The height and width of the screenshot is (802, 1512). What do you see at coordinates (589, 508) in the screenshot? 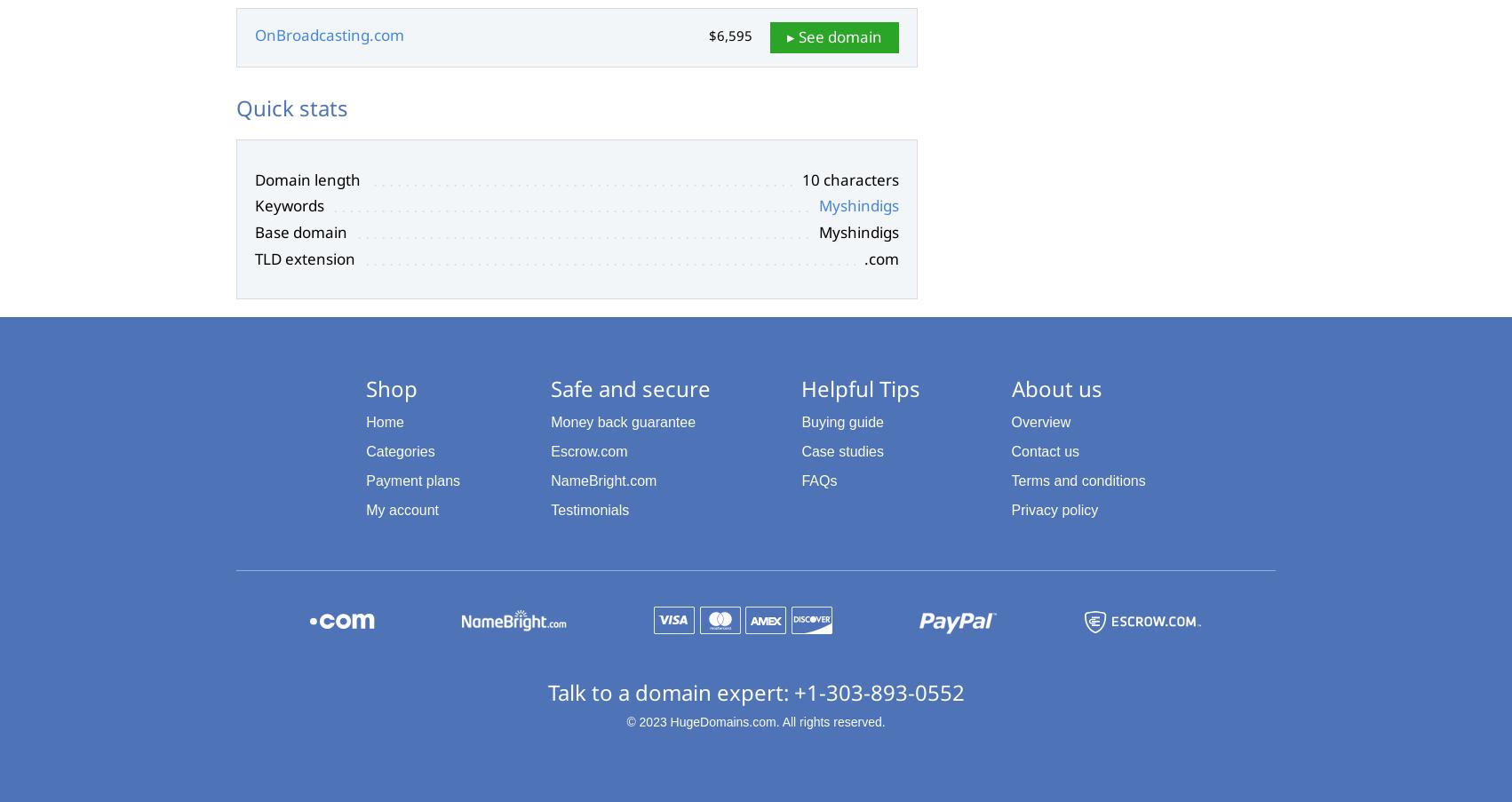
I see `'Testimonials'` at bounding box center [589, 508].